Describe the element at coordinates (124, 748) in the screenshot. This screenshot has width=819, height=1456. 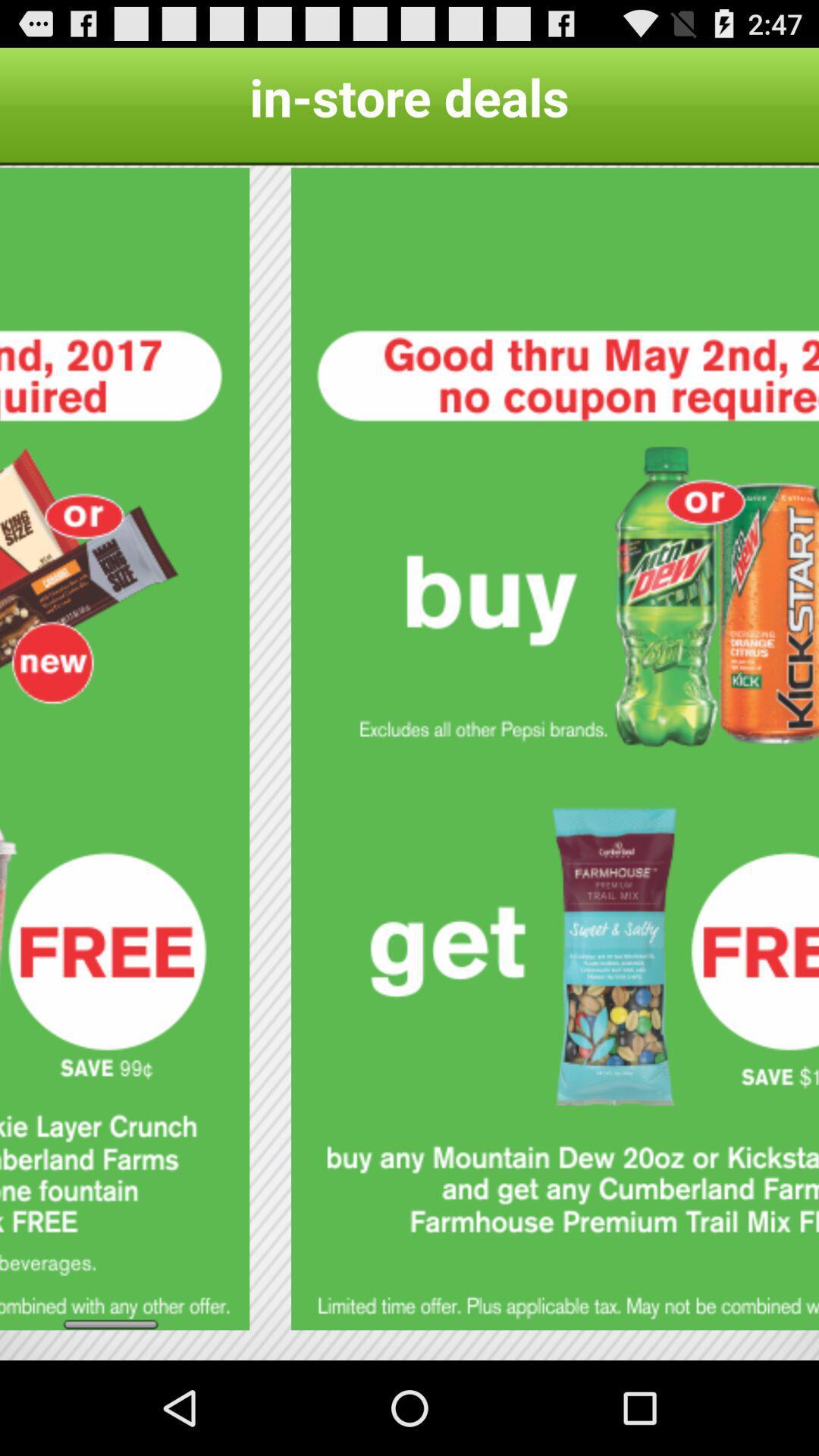
I see `icon on the left` at that location.